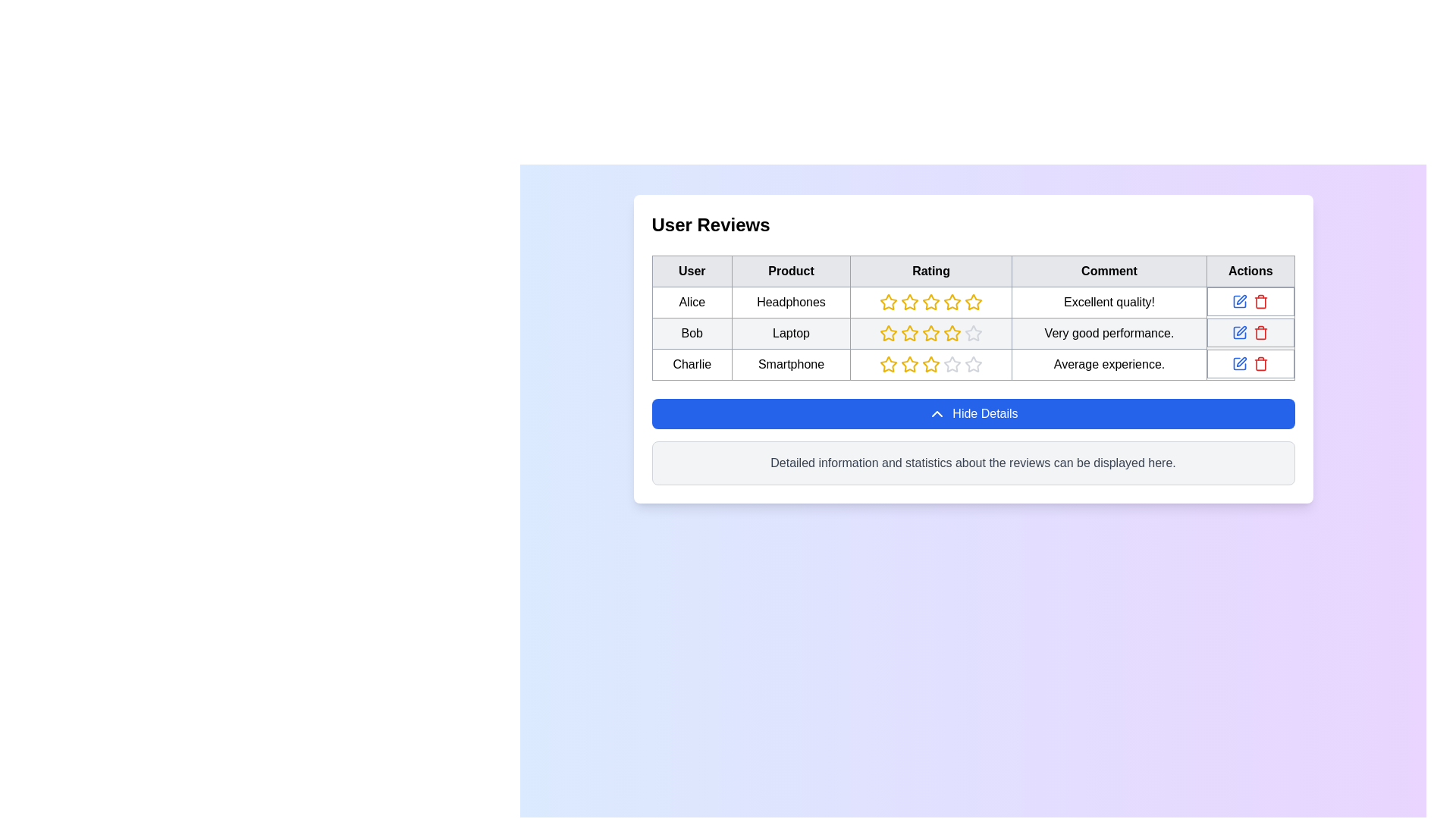 The image size is (1456, 819). What do you see at coordinates (952, 364) in the screenshot?
I see `the third star icon representing the rating for the 'Charlie - Smartphone' review` at bounding box center [952, 364].